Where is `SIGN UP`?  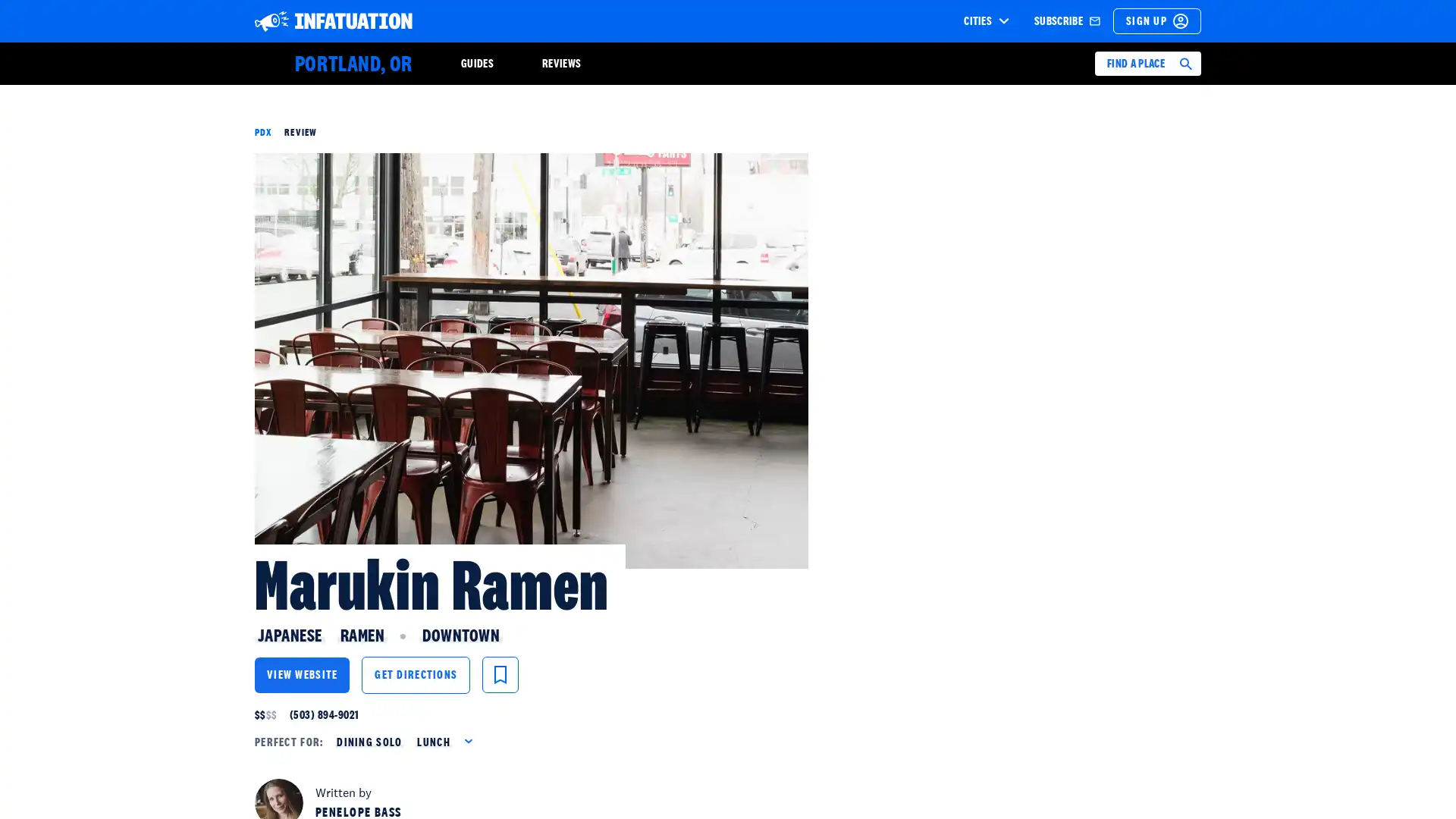
SIGN UP is located at coordinates (1156, 20).